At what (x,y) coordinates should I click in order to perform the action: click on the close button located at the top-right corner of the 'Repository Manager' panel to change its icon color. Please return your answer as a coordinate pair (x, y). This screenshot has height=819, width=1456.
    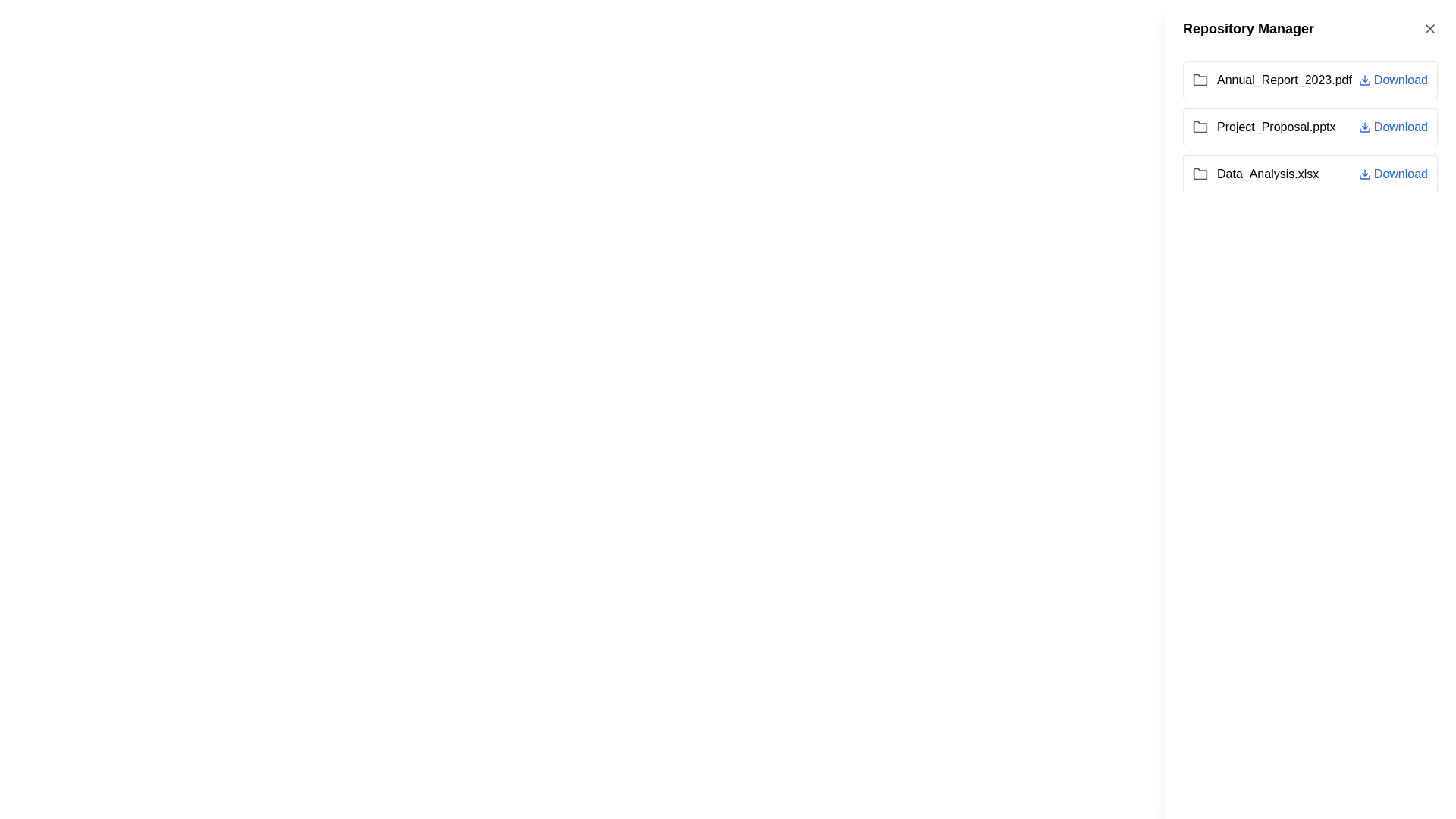
    Looking at the image, I should click on (1429, 29).